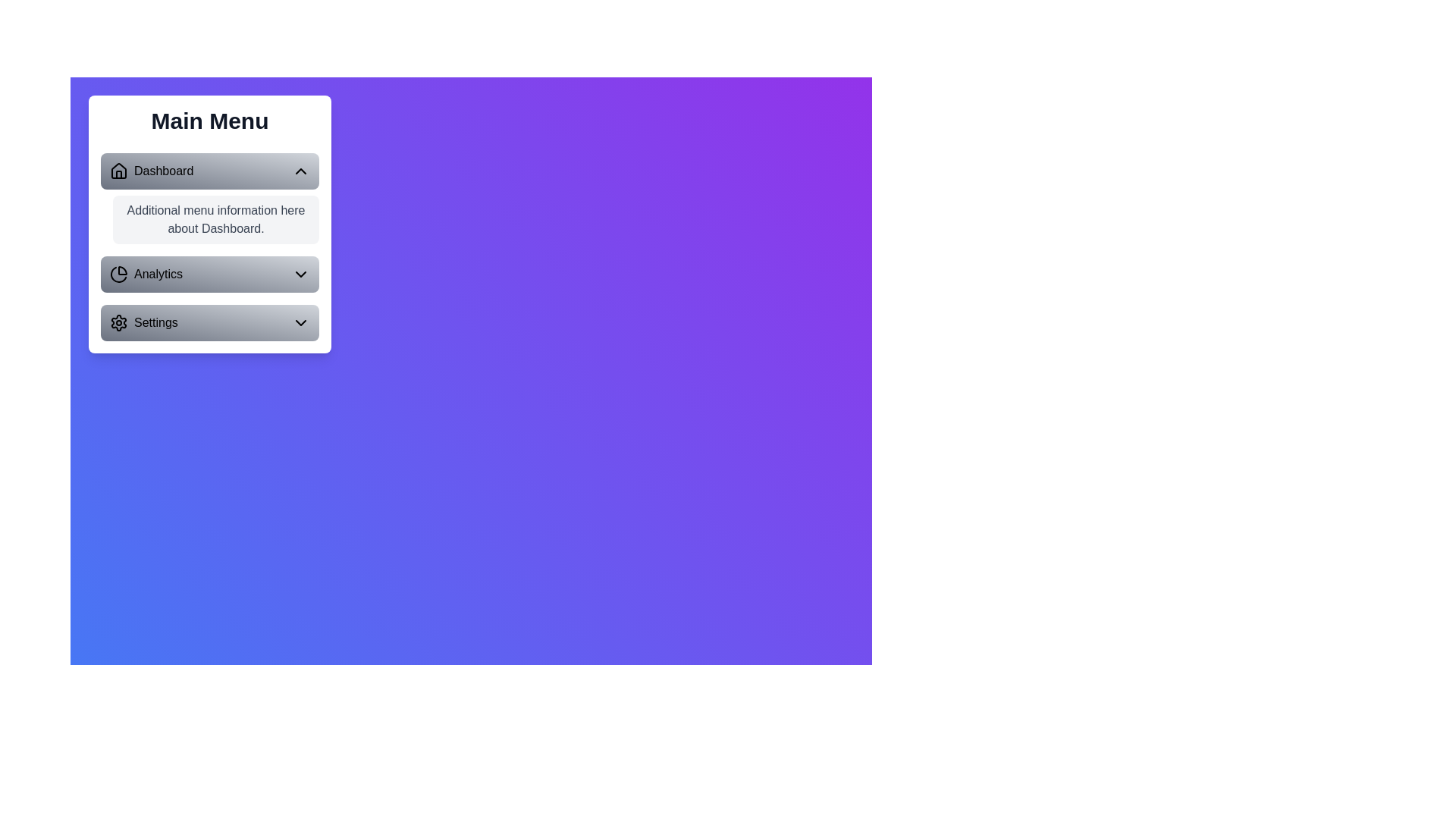 This screenshot has height=819, width=1456. What do you see at coordinates (209, 246) in the screenshot?
I see `the Informational text block that displays auxiliary information about the 'Dashboard' menu item` at bounding box center [209, 246].